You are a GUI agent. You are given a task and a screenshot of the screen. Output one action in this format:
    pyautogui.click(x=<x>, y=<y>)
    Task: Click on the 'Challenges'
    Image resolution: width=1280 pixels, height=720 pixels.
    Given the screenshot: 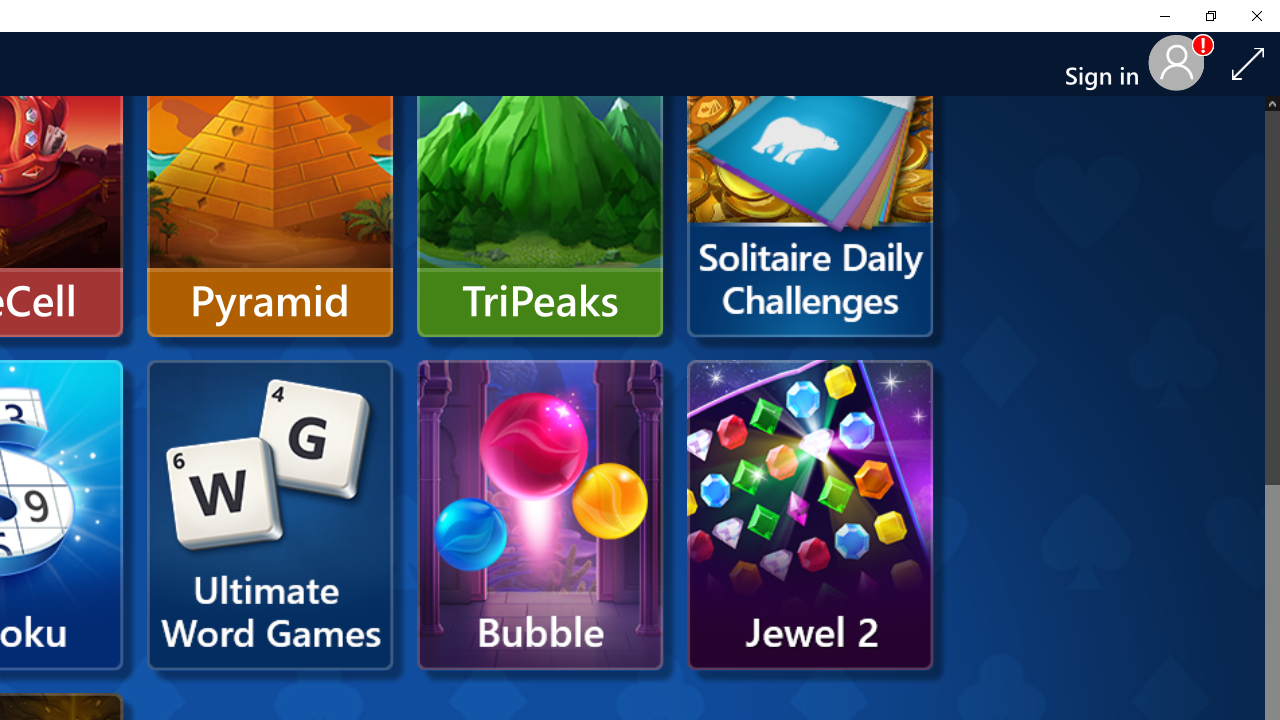 What is the action you would take?
    pyautogui.click(x=810, y=182)
    